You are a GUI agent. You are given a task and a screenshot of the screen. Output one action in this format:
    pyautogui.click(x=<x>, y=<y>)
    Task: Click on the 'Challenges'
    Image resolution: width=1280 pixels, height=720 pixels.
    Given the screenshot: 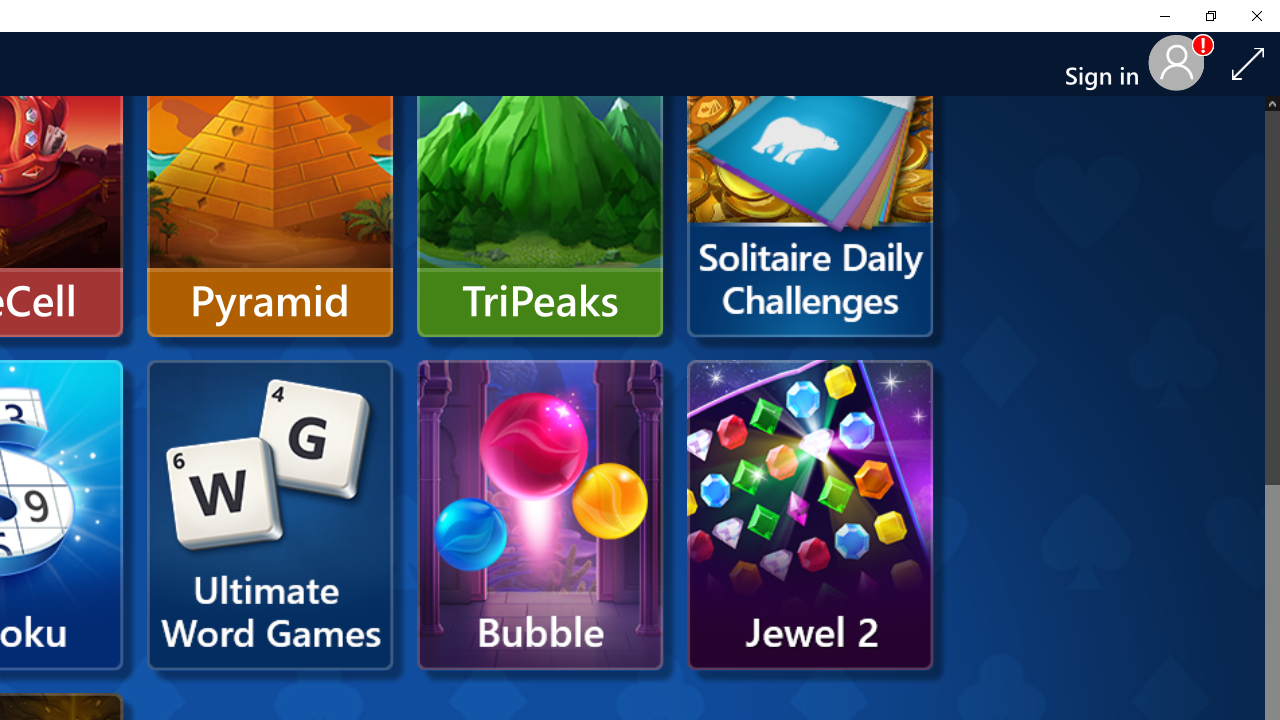 What is the action you would take?
    pyautogui.click(x=810, y=182)
    